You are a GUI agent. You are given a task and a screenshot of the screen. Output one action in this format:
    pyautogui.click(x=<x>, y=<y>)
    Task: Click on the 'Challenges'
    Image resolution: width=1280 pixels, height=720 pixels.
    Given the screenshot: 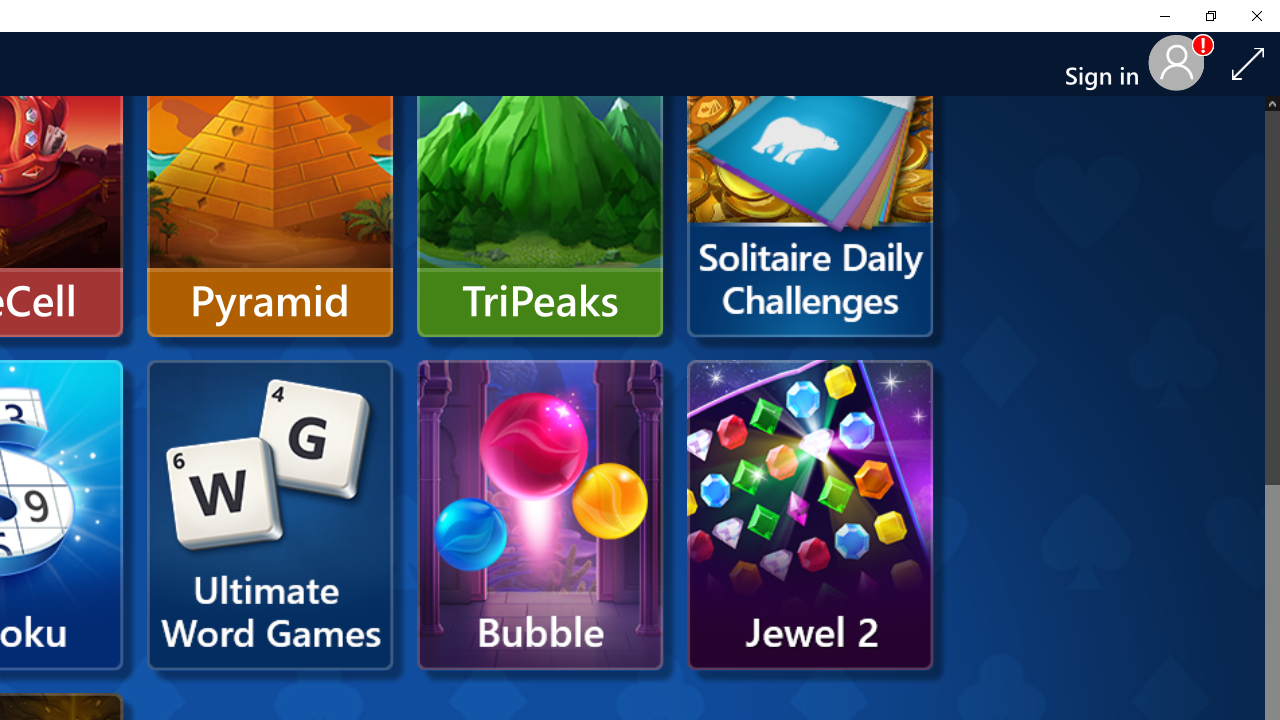 What is the action you would take?
    pyautogui.click(x=810, y=182)
    